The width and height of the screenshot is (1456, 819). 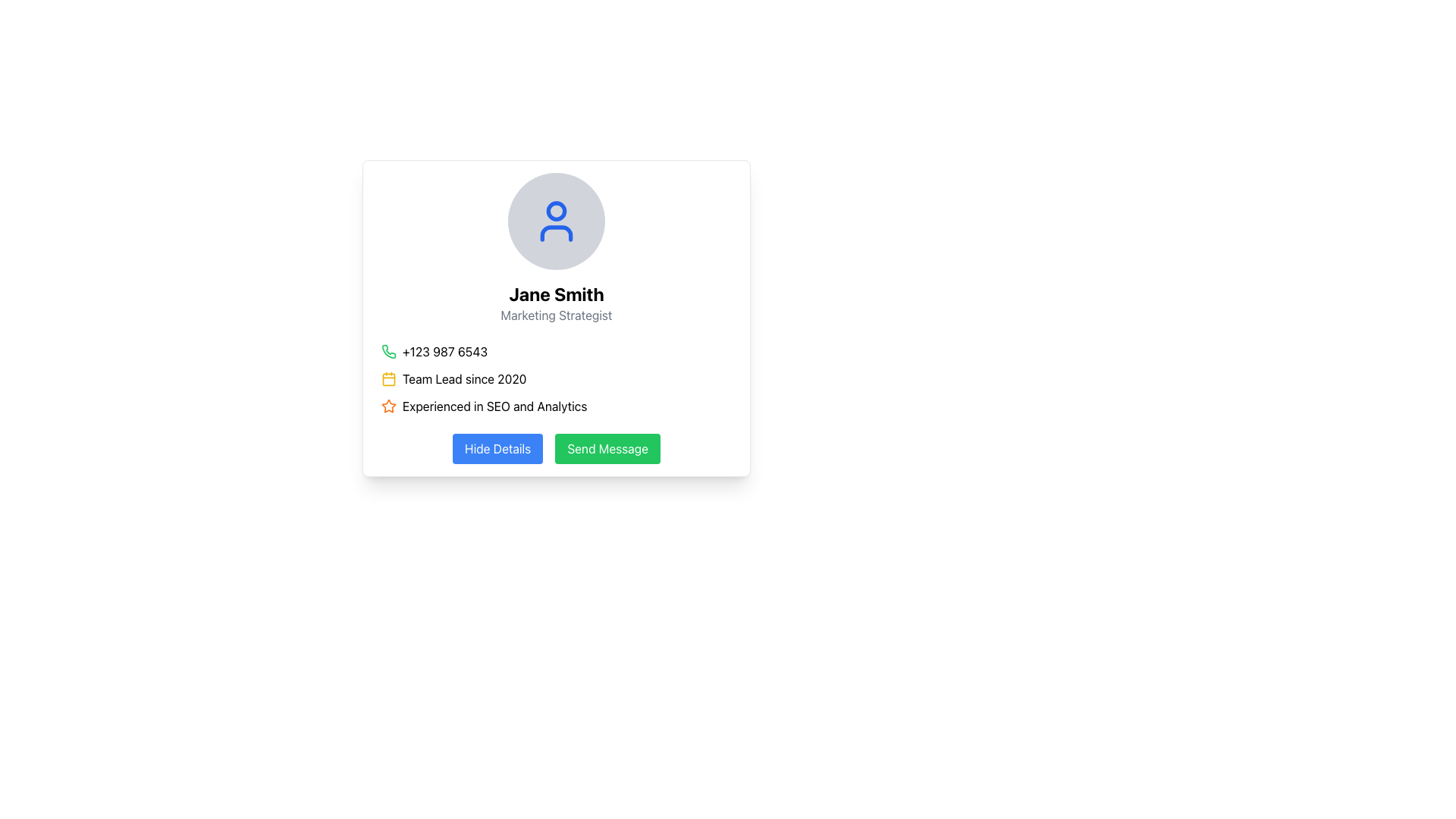 What do you see at coordinates (494, 406) in the screenshot?
I see `the informative text label indicating the user's expertise in SEO and Analytics, which is positioned below 'Team Lead since 2020' and to the right of an orange star icon` at bounding box center [494, 406].